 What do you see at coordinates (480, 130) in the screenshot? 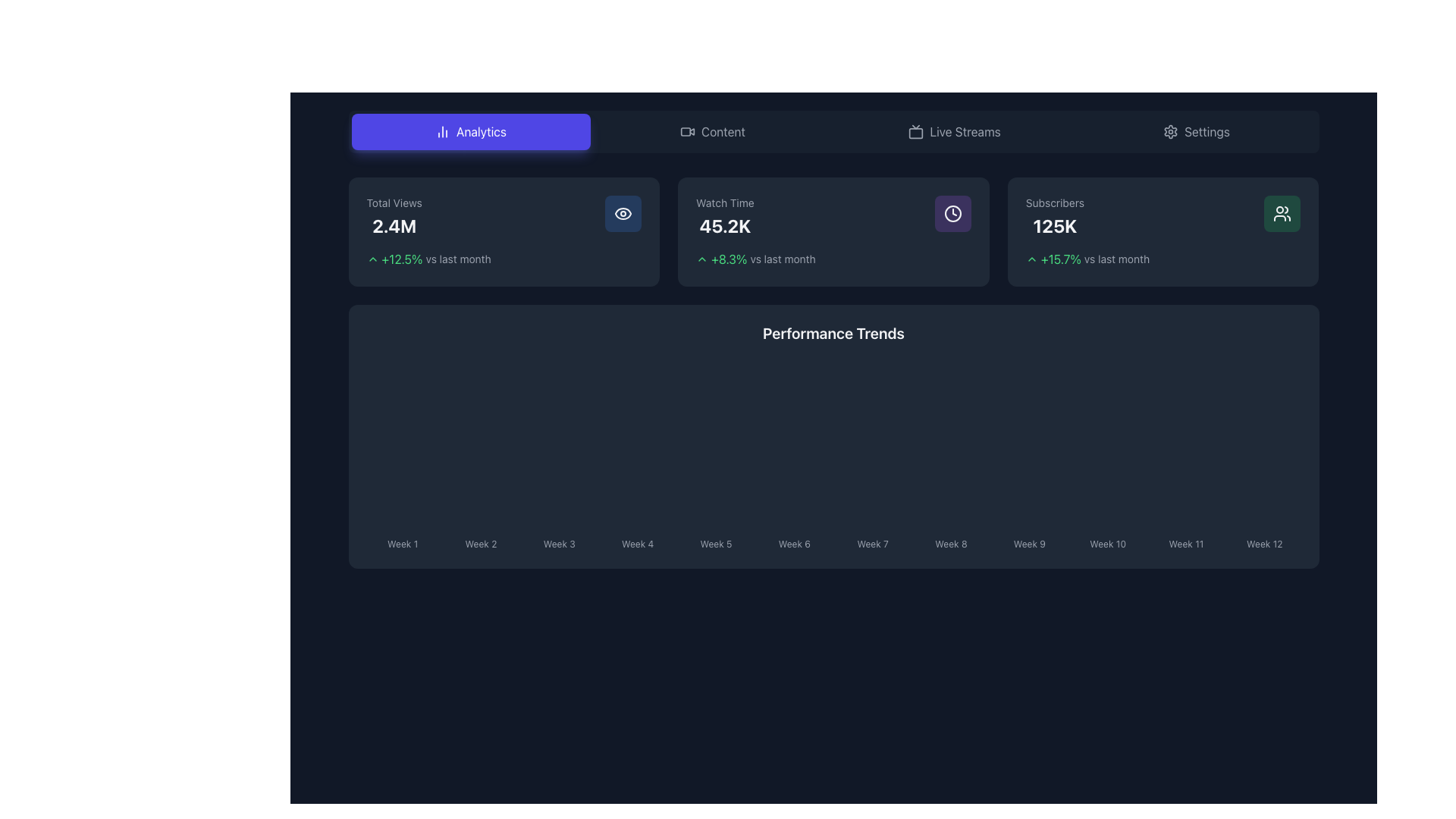
I see `the navigation button labeled 'Analytics'` at bounding box center [480, 130].